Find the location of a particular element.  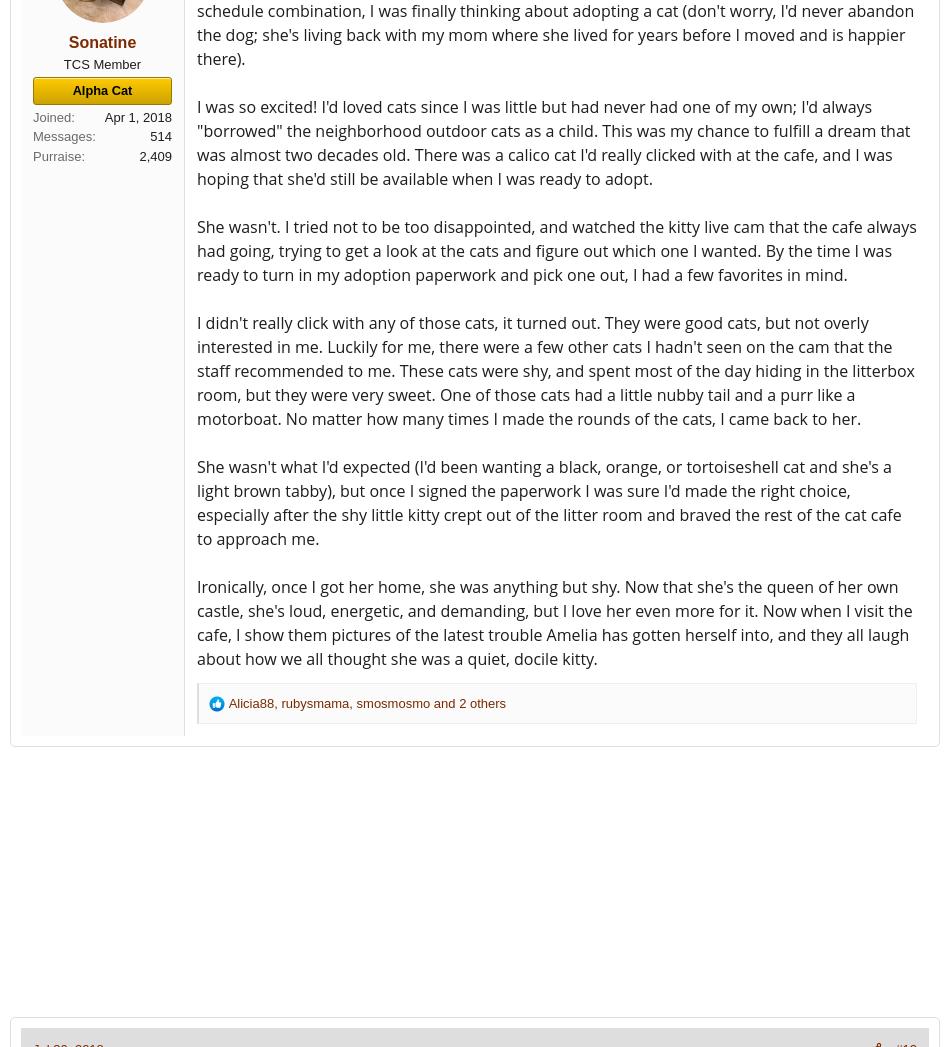

'Alicia88' is located at coordinates (249, 701).